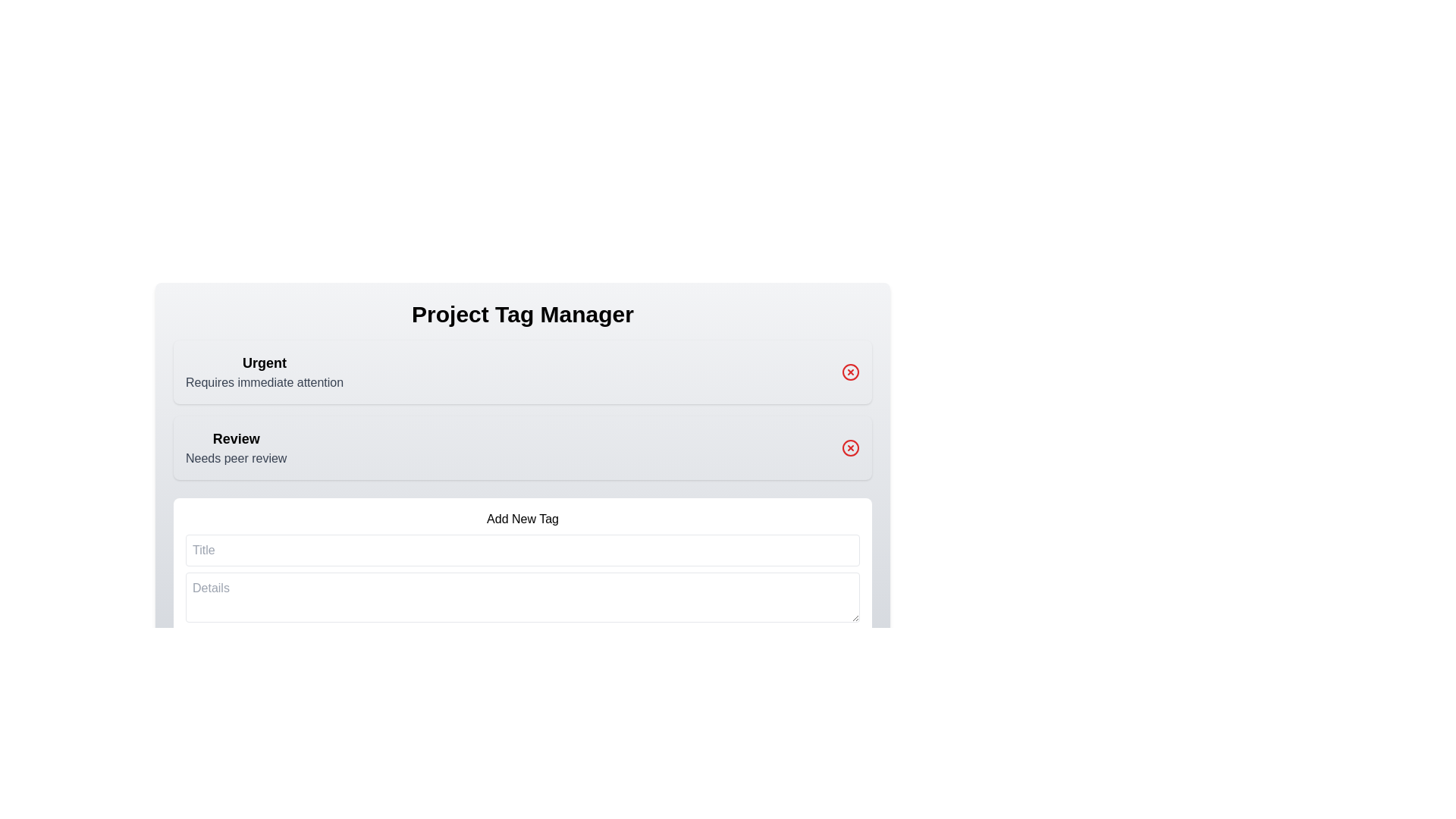  I want to click on the red circular icon with a cross, which serves as the delete button for the 'Urgent' tag item, located at the top-right of the 'Urgent' section, so click(851, 372).